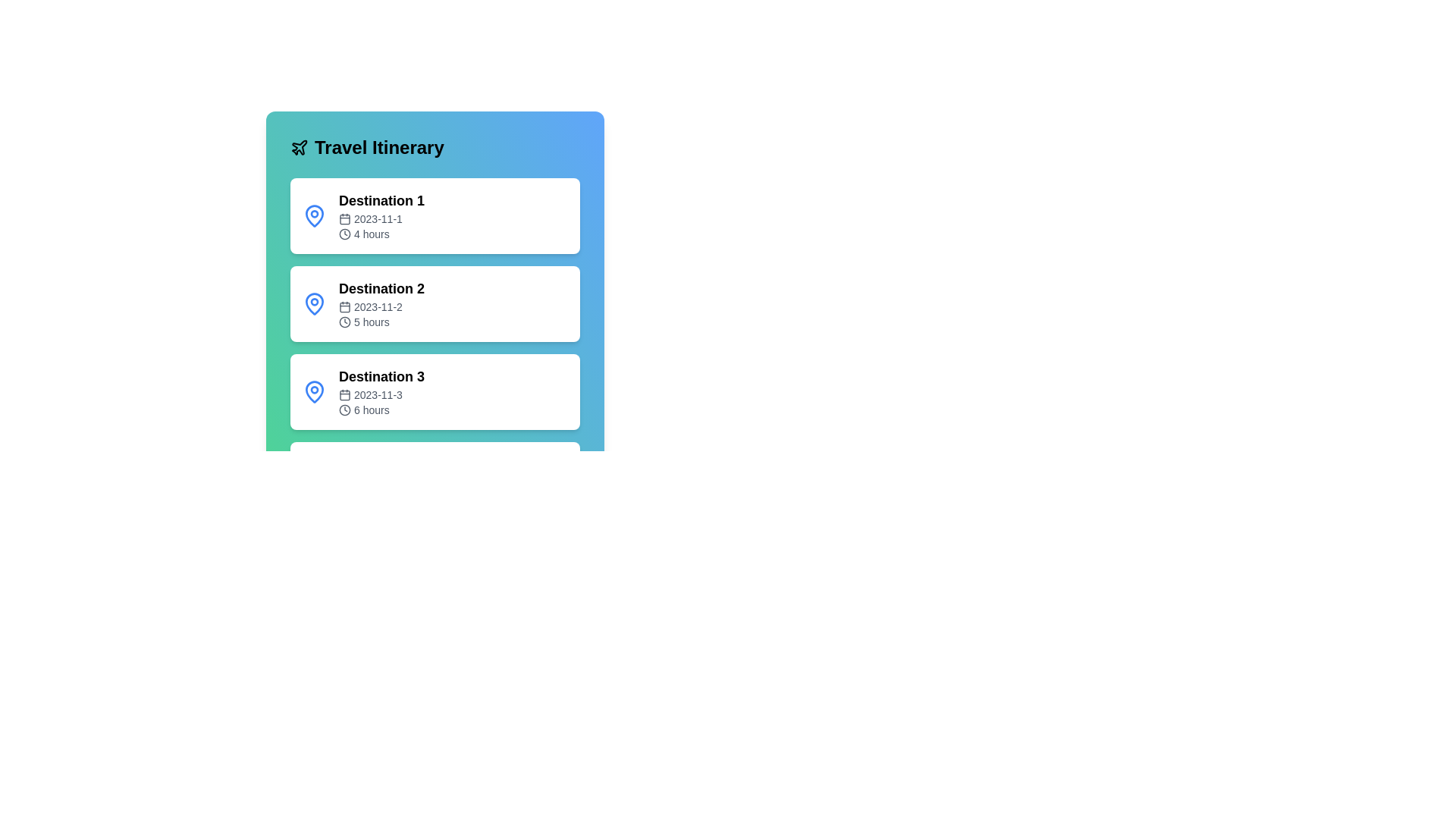  I want to click on the calendar icon located next to the text '2023-11-1' in the first entry of the list labeled 'Destination 1', so click(344, 219).